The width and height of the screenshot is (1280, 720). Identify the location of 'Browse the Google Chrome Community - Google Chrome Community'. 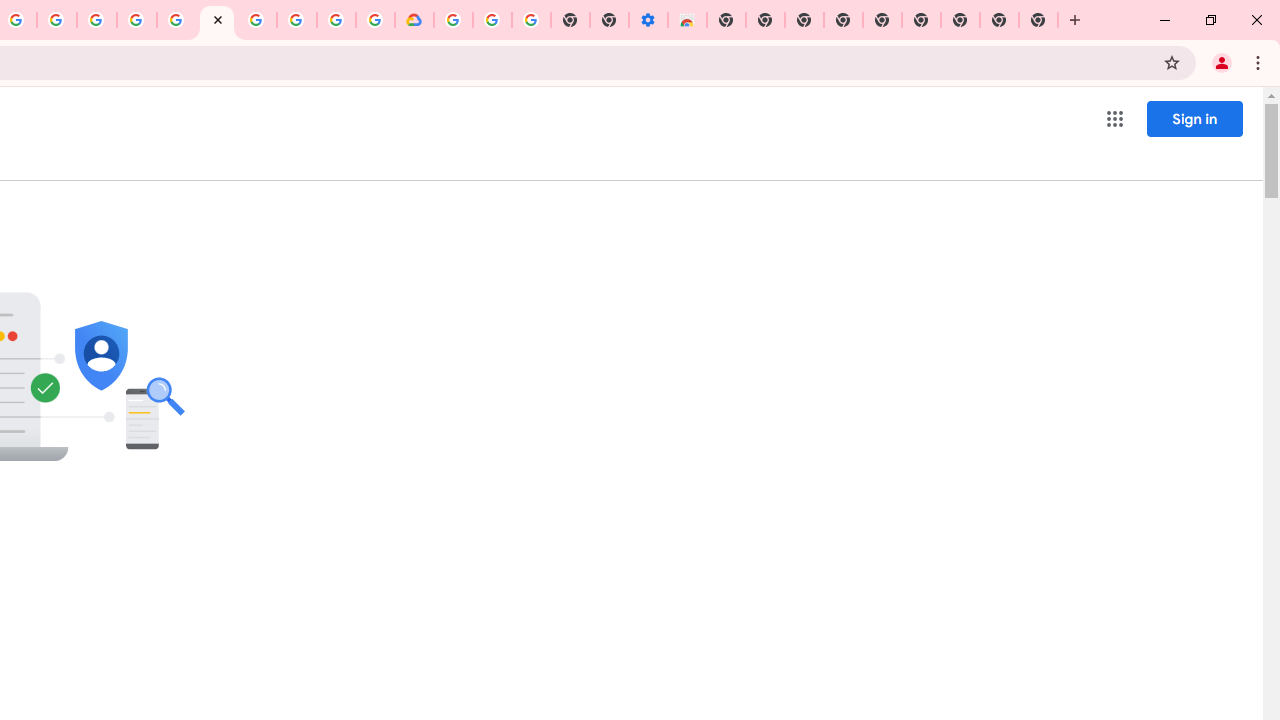
(375, 20).